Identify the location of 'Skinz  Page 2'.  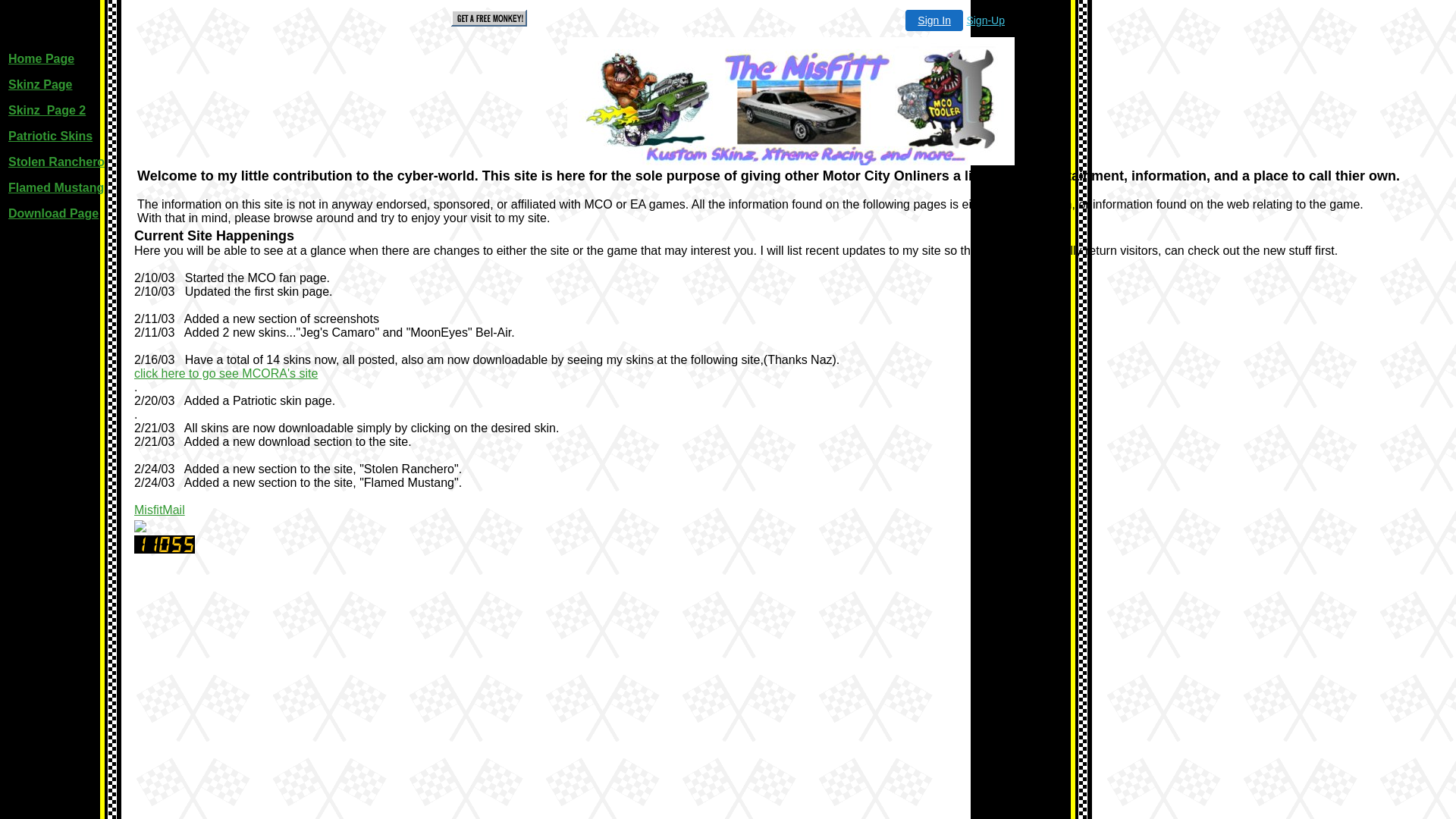
(47, 109).